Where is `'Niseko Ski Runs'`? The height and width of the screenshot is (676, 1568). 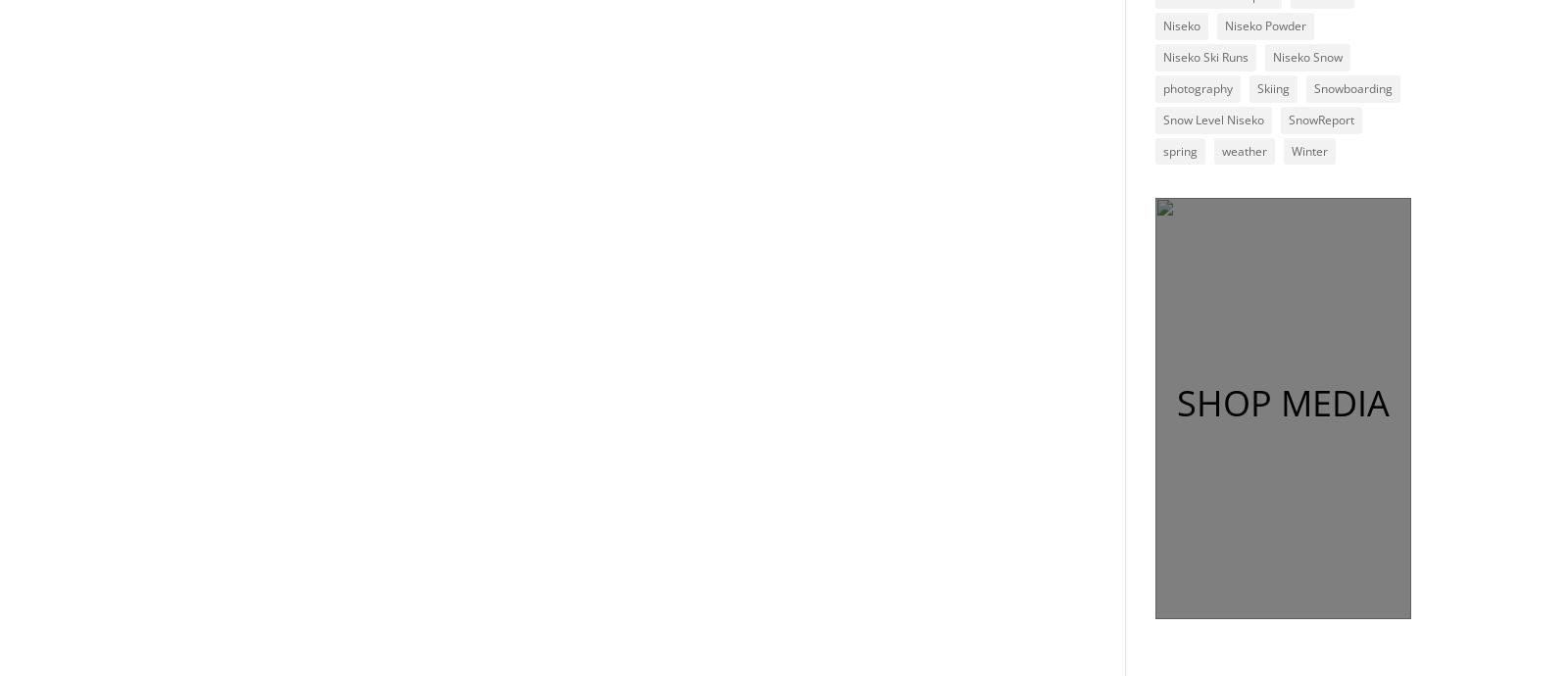
'Niseko Ski Runs' is located at coordinates (1203, 56).